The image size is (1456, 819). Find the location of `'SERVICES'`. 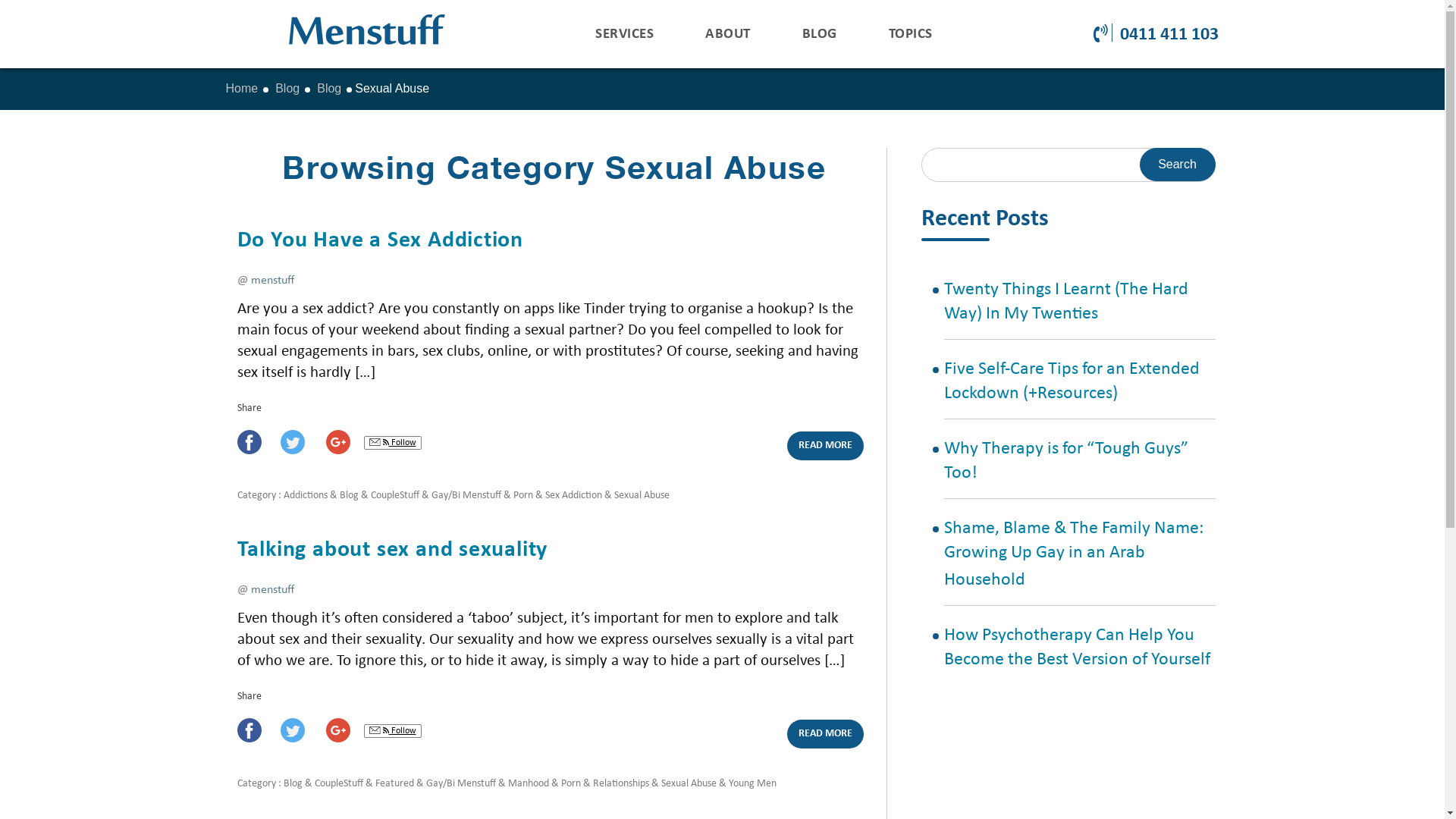

'SERVICES' is located at coordinates (595, 34).